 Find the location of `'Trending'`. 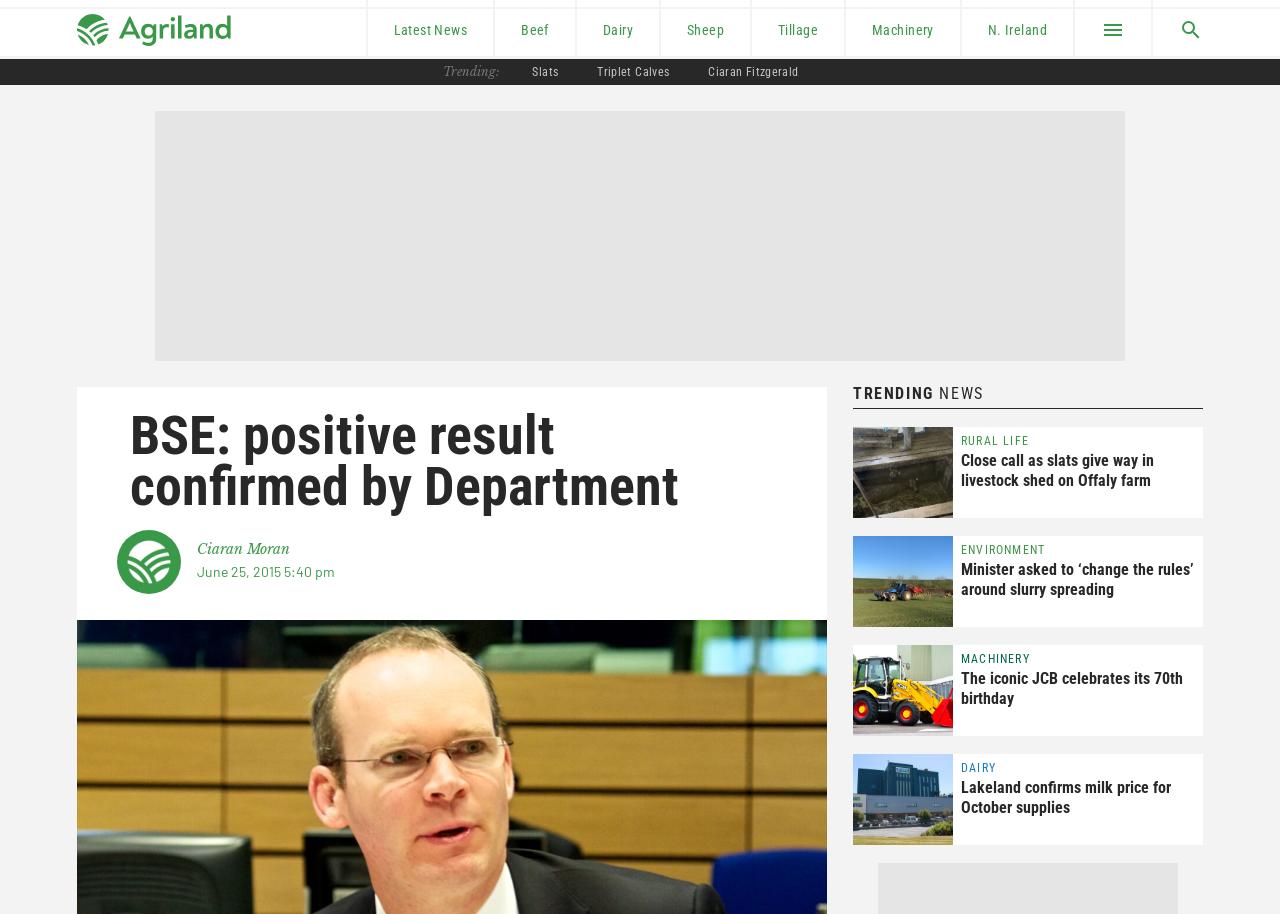

'Trending' is located at coordinates (892, 393).